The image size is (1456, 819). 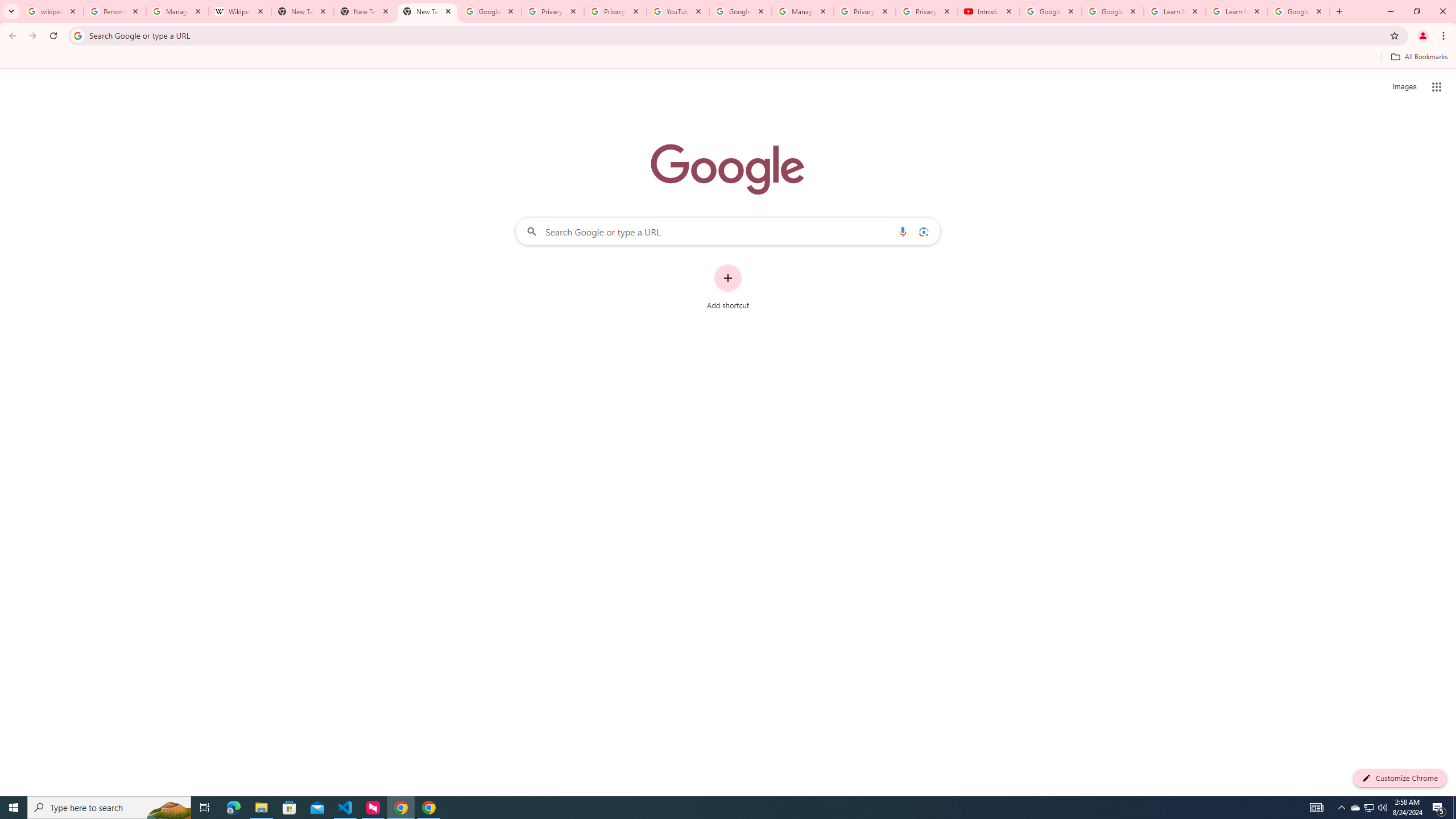 What do you see at coordinates (365, 11) in the screenshot?
I see `'New Tab'` at bounding box center [365, 11].